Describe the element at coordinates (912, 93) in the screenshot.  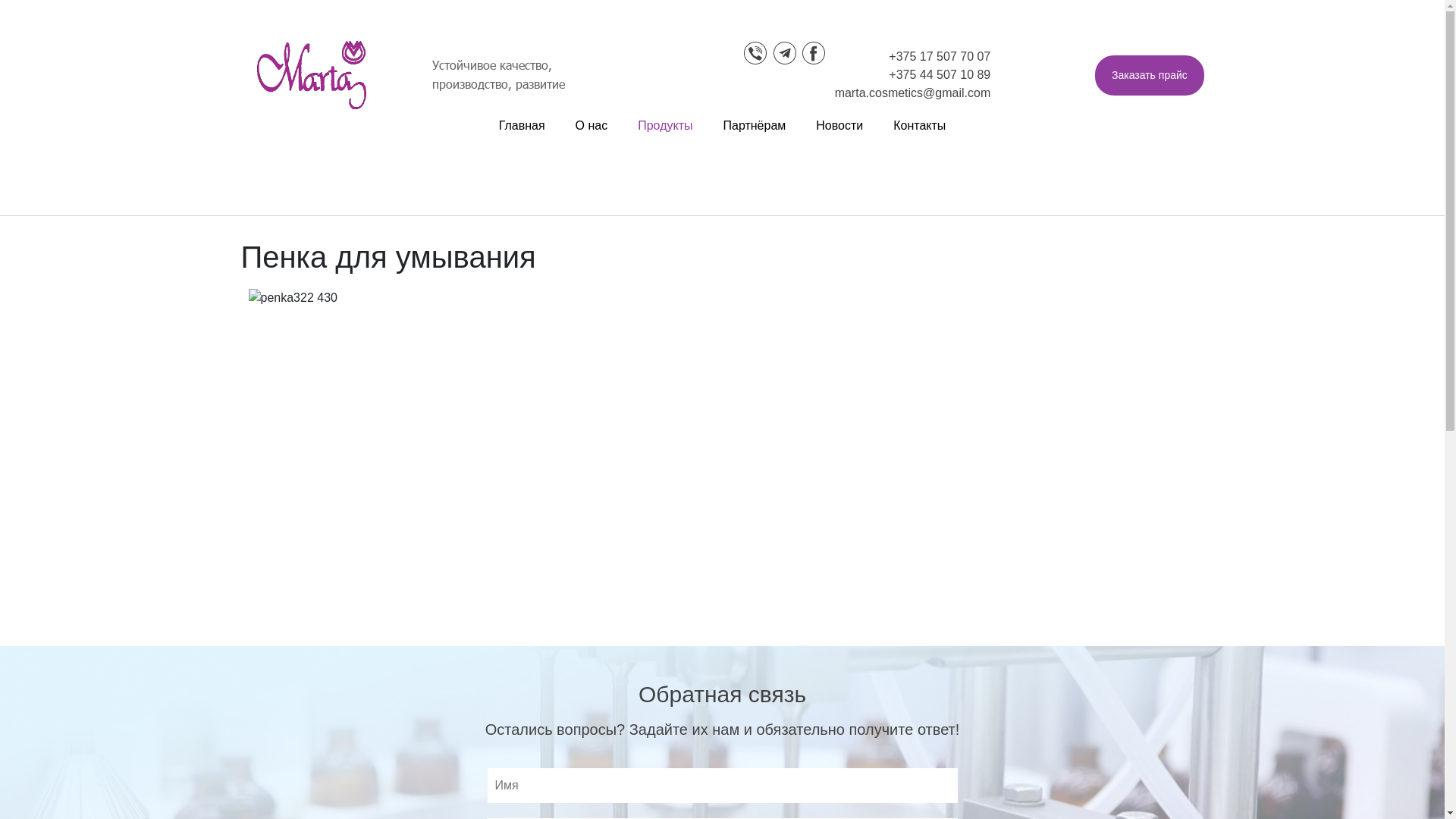
I see `'marta.cosmetics@gmail.com'` at that location.